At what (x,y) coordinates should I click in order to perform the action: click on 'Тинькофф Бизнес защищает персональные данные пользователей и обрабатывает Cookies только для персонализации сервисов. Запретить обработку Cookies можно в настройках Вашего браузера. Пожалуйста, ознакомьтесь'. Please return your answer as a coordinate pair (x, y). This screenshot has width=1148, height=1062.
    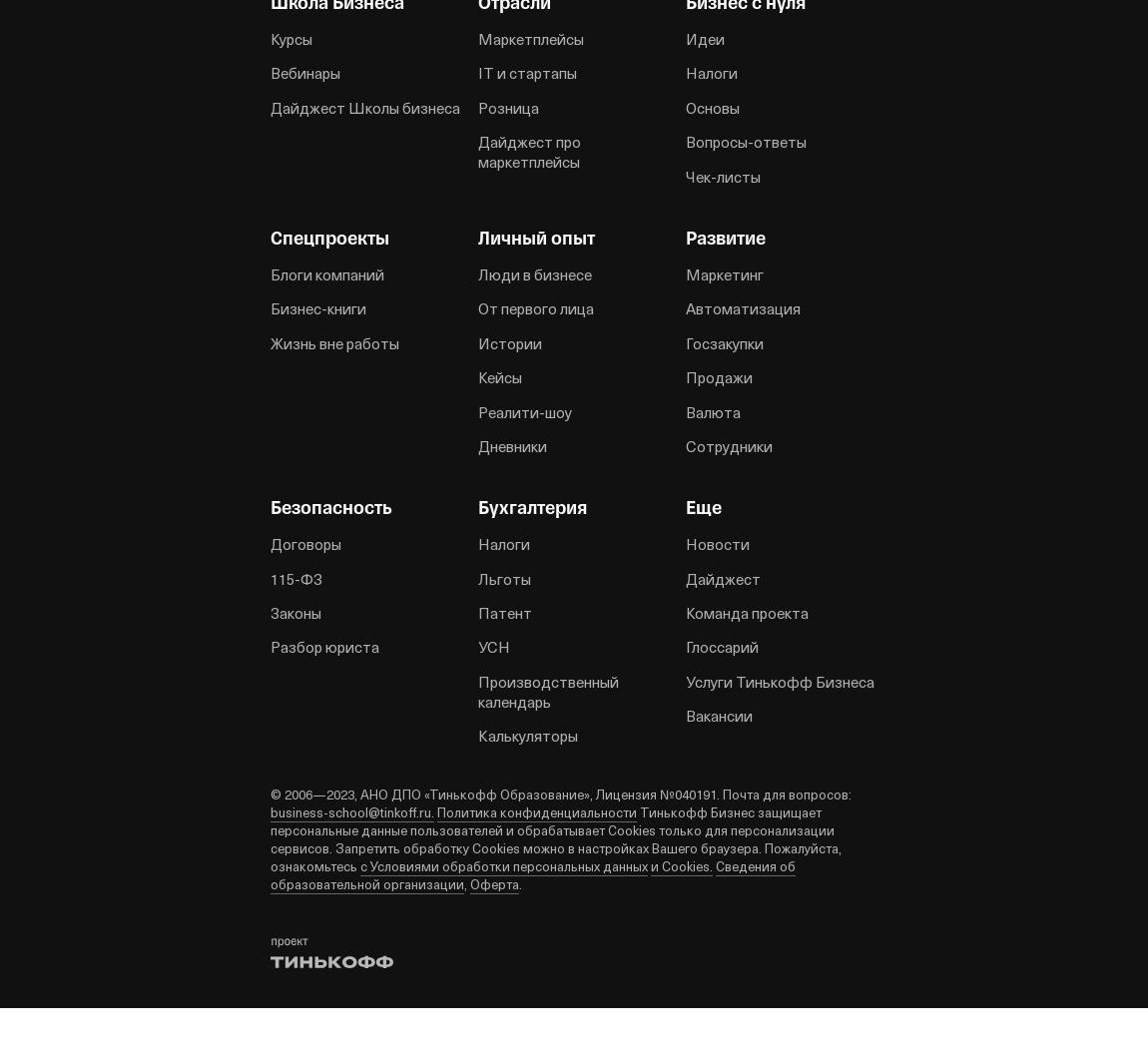
    Looking at the image, I should click on (555, 838).